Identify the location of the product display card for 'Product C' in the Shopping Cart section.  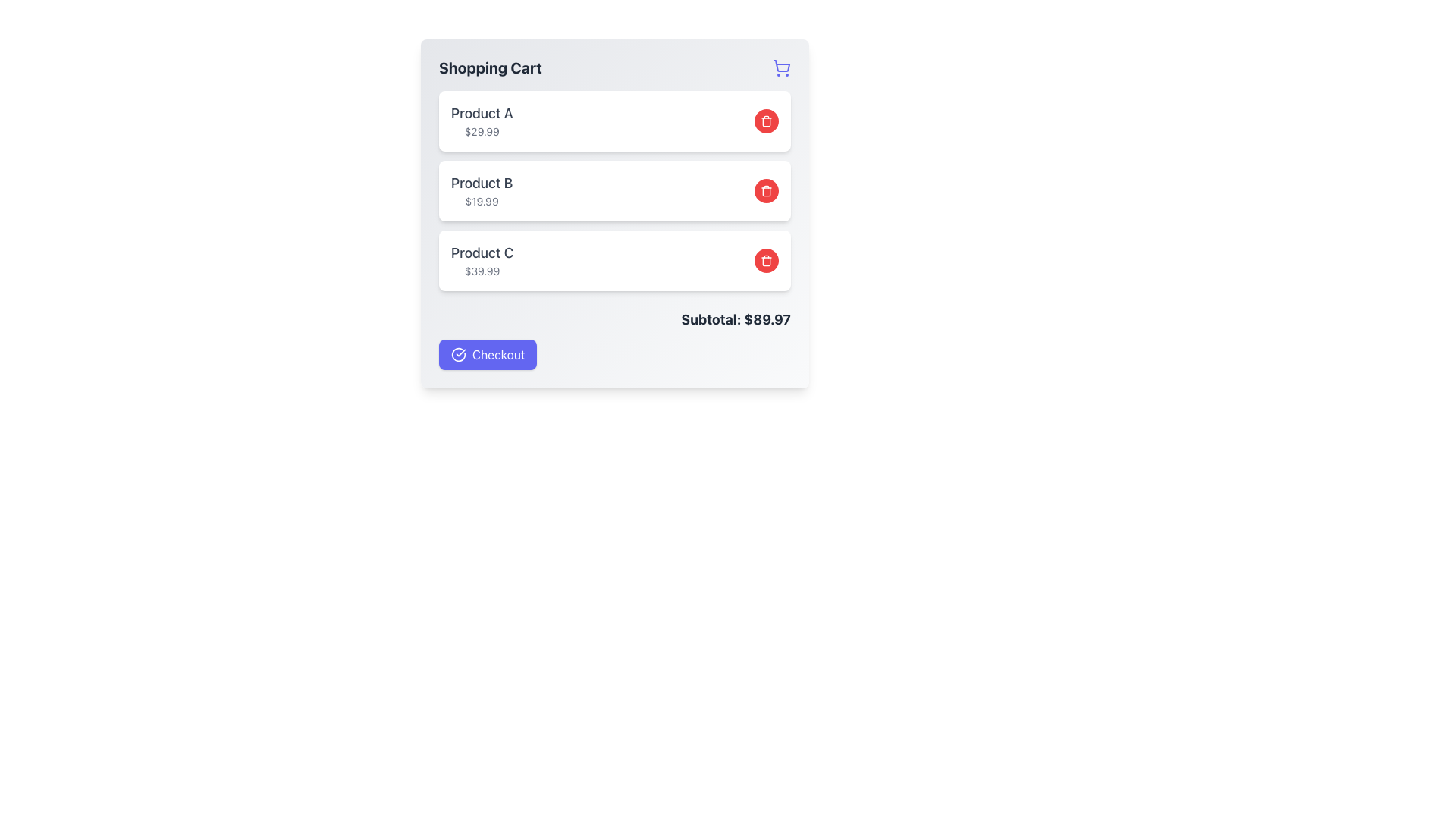
(615, 259).